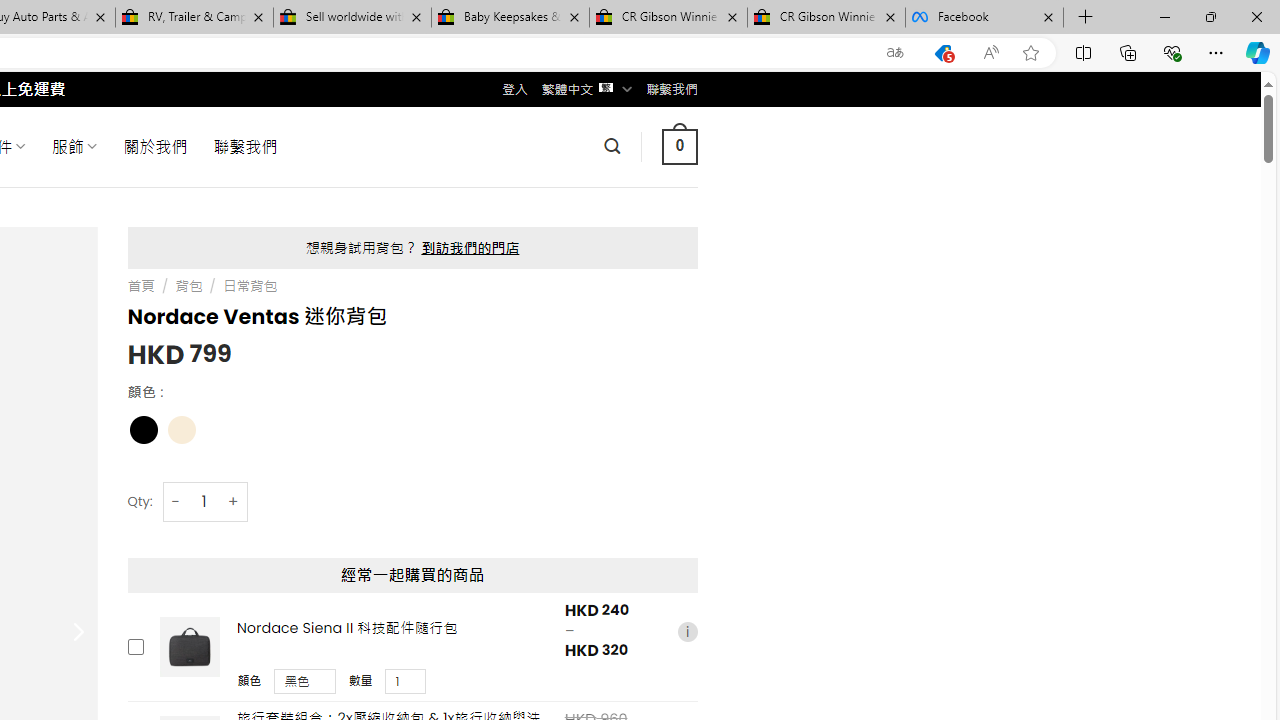 The width and height of the screenshot is (1280, 720). Describe the element at coordinates (134, 647) in the screenshot. I see `'Add this product to cart'` at that location.